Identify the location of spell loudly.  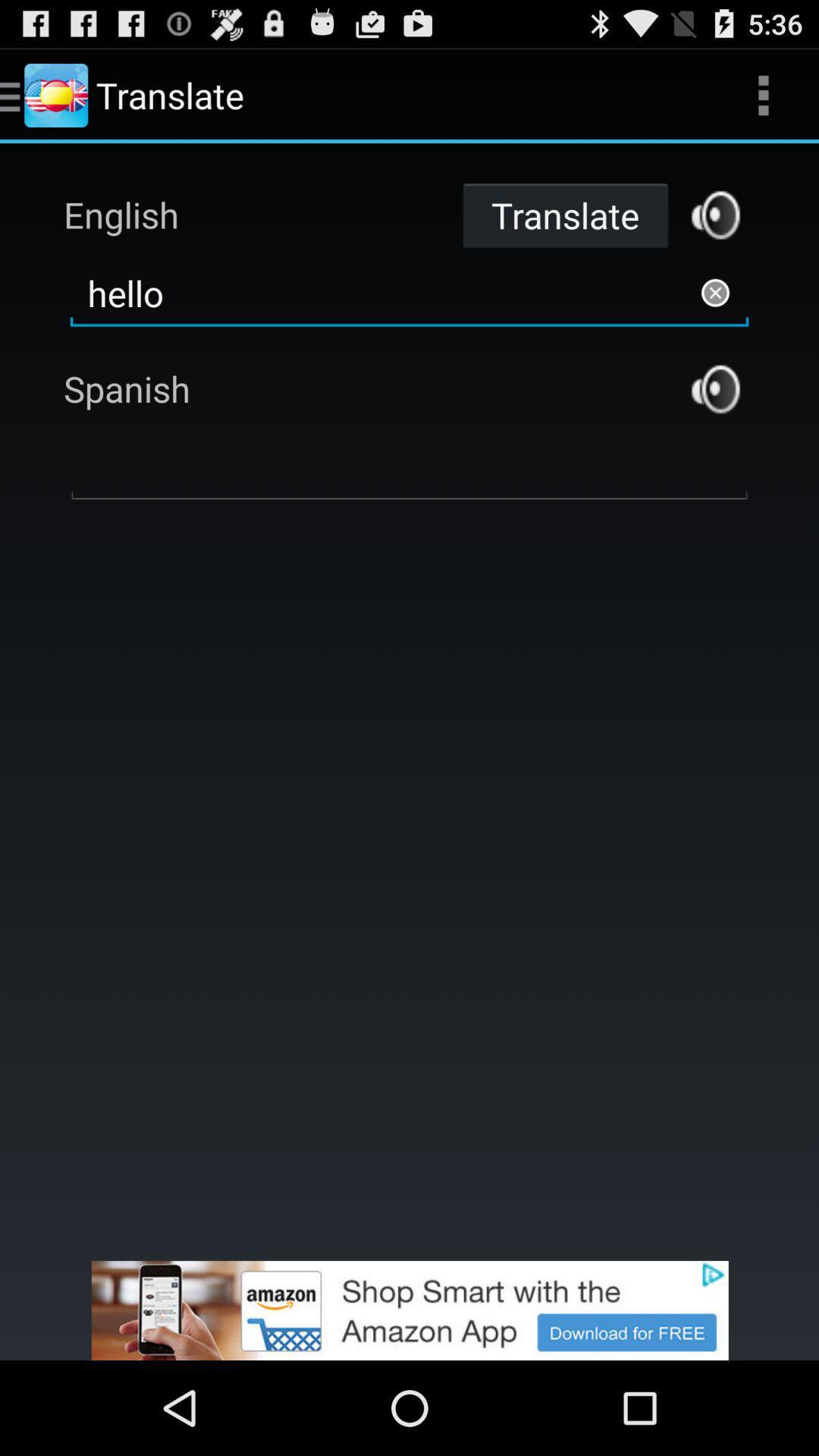
(715, 214).